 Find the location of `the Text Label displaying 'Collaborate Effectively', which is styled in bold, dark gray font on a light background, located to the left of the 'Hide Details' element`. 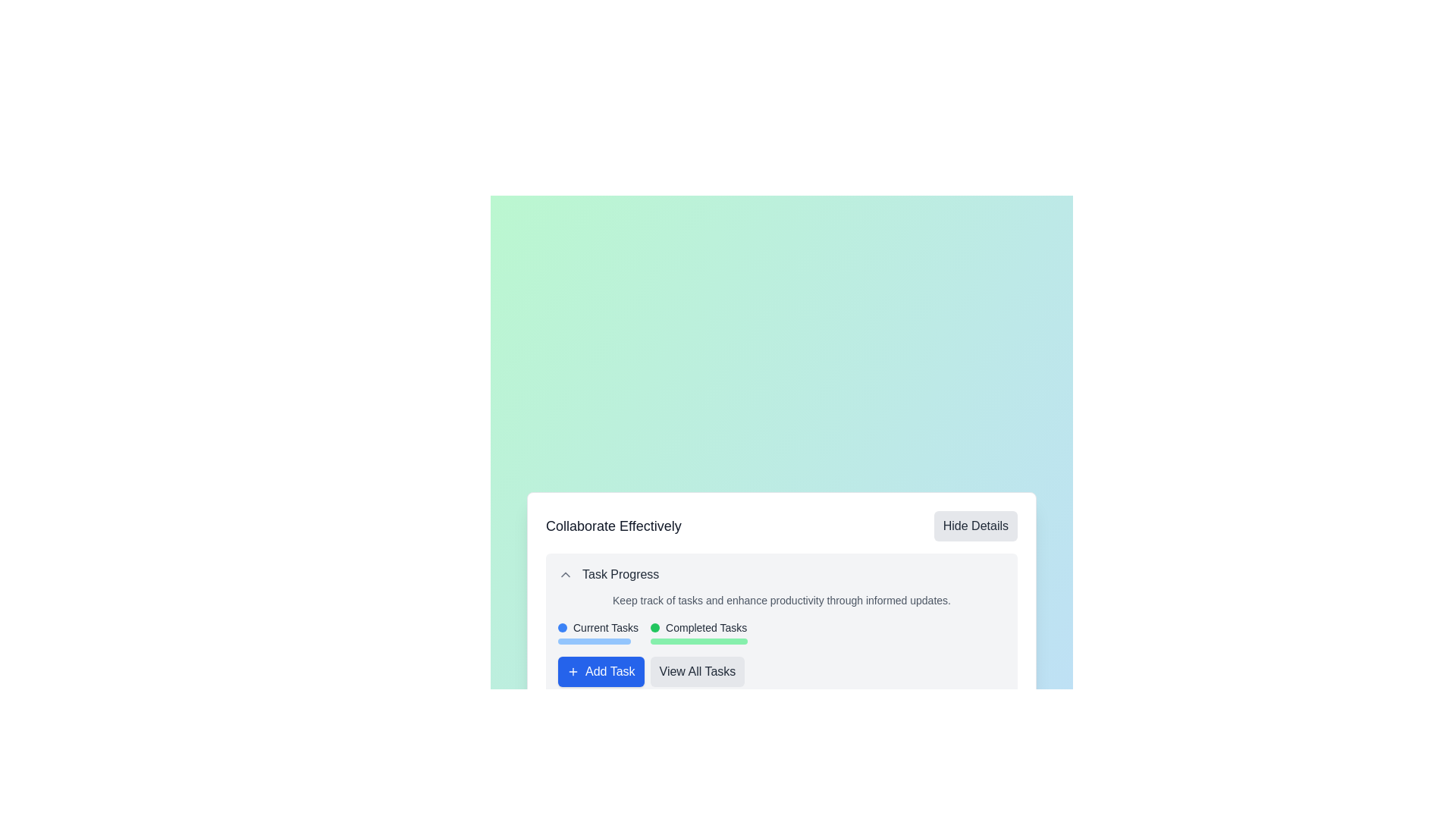

the Text Label displaying 'Collaborate Effectively', which is styled in bold, dark gray font on a light background, located to the left of the 'Hide Details' element is located at coordinates (613, 526).